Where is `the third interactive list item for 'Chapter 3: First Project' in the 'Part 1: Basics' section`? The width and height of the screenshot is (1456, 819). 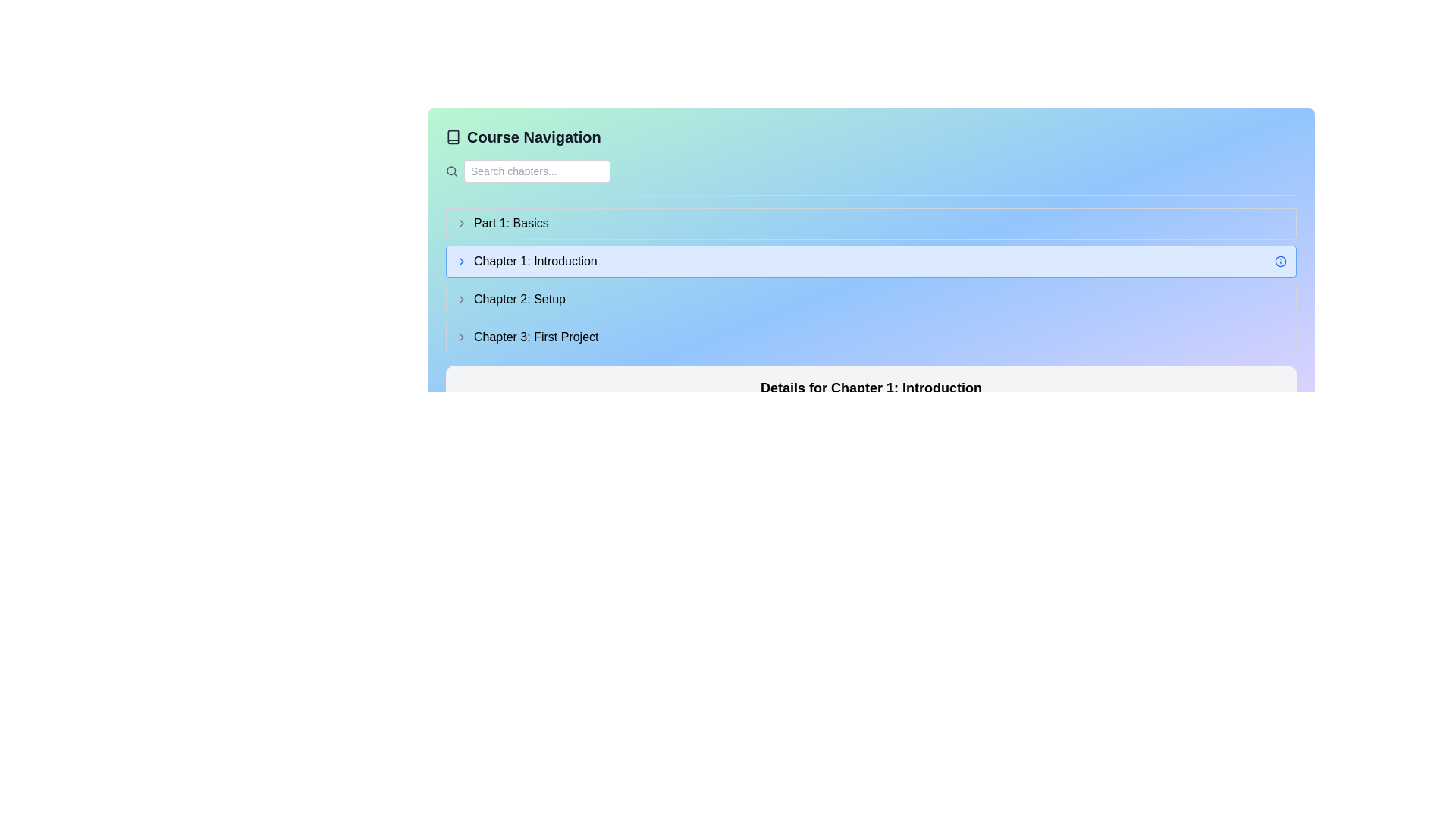 the third interactive list item for 'Chapter 3: First Project' in the 'Part 1: Basics' section is located at coordinates (871, 336).